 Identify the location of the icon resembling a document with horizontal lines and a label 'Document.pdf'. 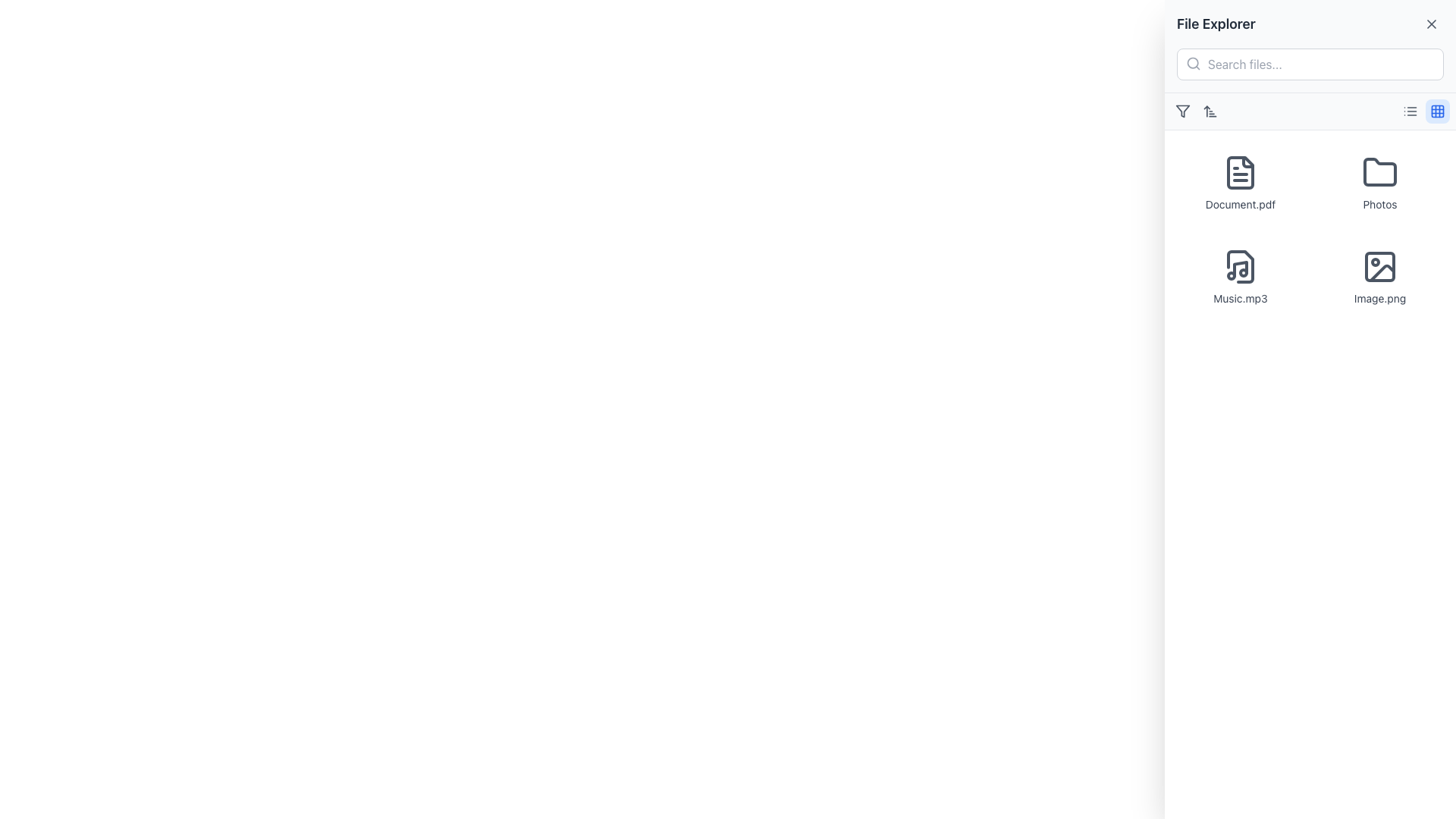
(1241, 171).